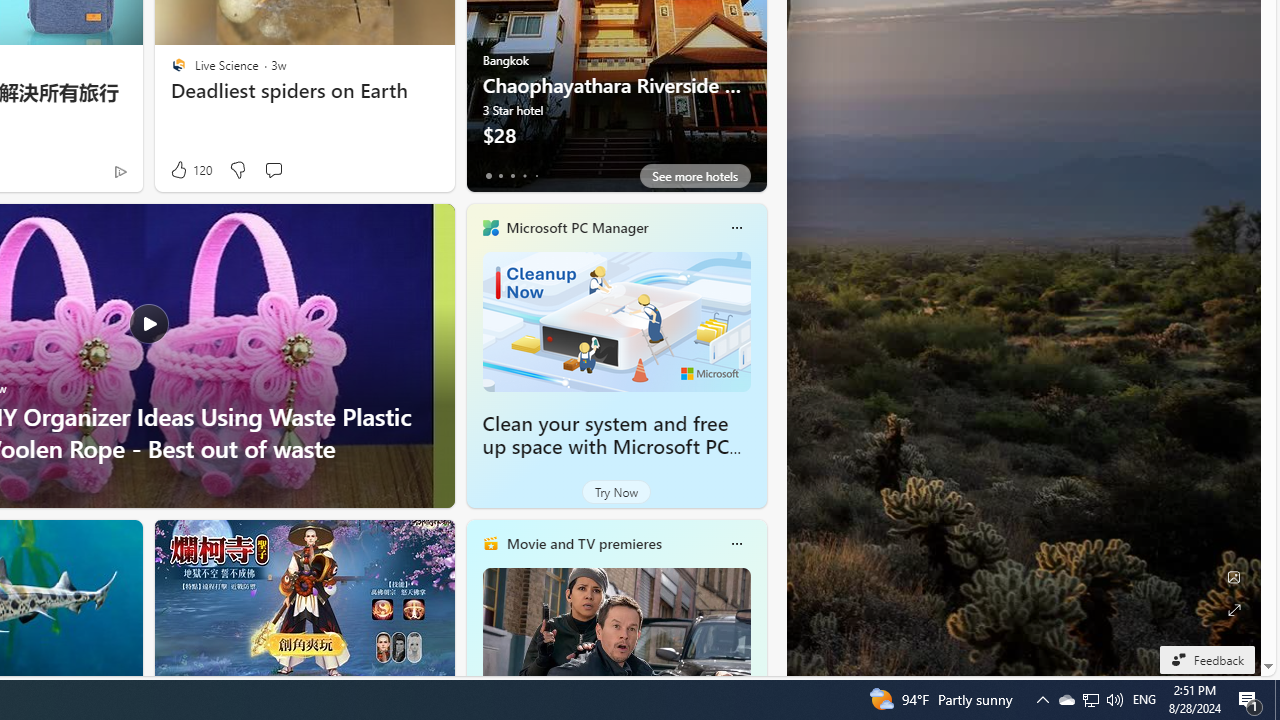  What do you see at coordinates (272, 168) in the screenshot?
I see `'Start the conversation'` at bounding box center [272, 168].